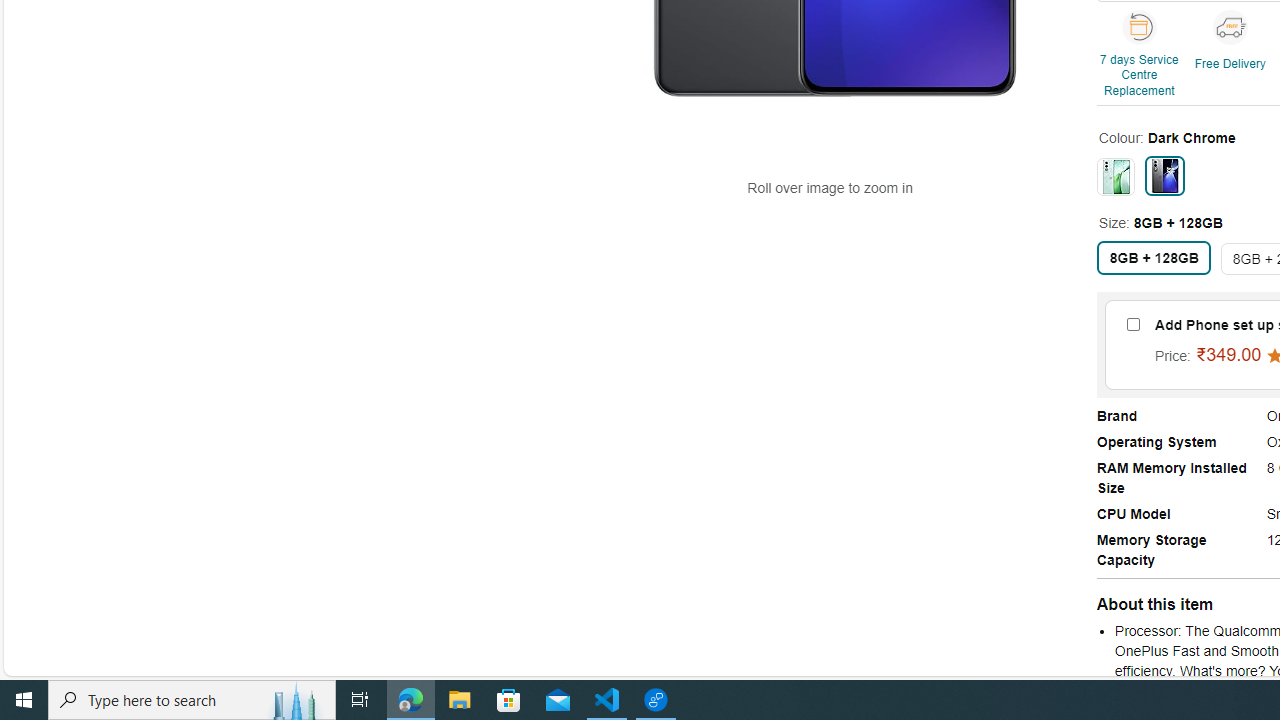 The width and height of the screenshot is (1280, 720). What do you see at coordinates (1133, 323) in the screenshot?
I see `'AutomationID: ppdb-add-service-checkbox'` at bounding box center [1133, 323].